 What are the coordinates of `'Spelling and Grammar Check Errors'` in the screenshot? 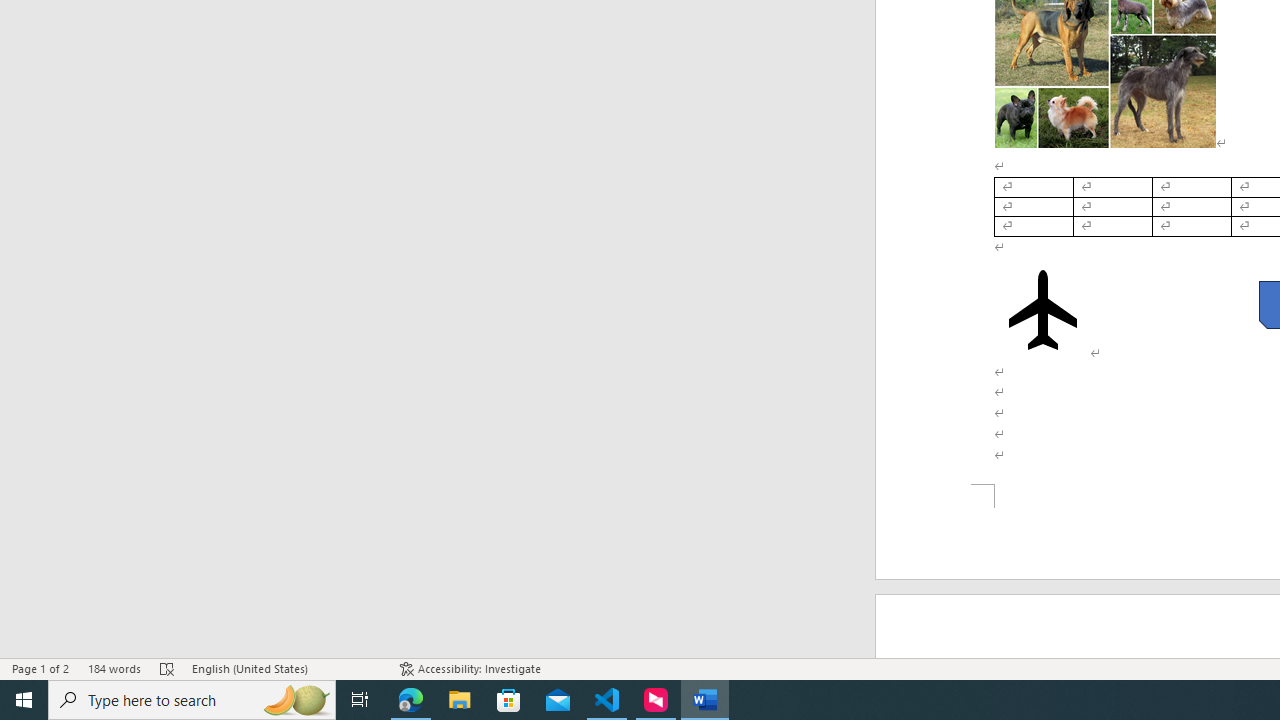 It's located at (168, 669).